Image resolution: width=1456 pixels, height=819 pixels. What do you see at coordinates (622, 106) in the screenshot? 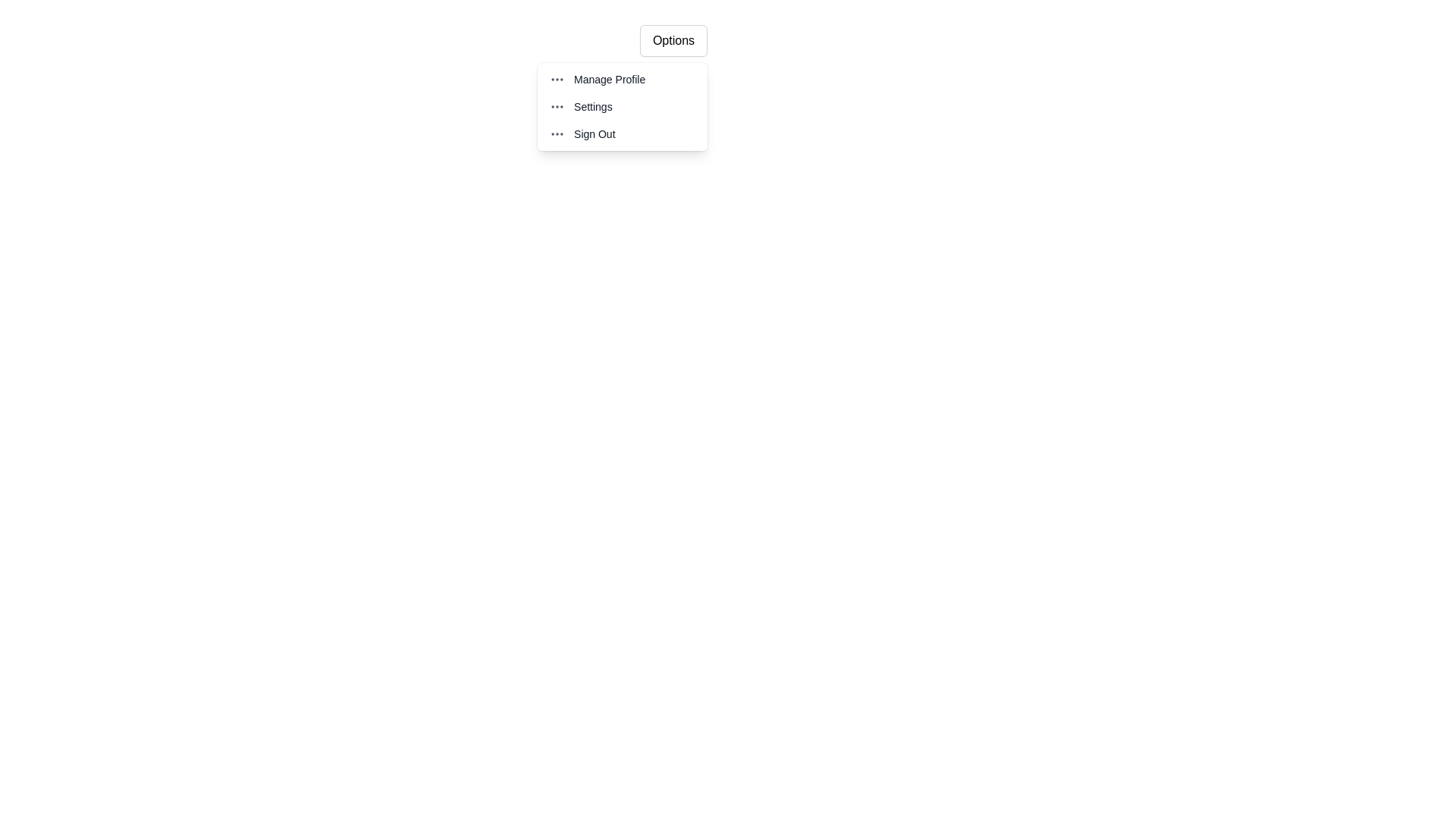
I see `the 'Settings' dropdown menu option located beneath the 'Options' button, which is the second option in the menu` at bounding box center [622, 106].